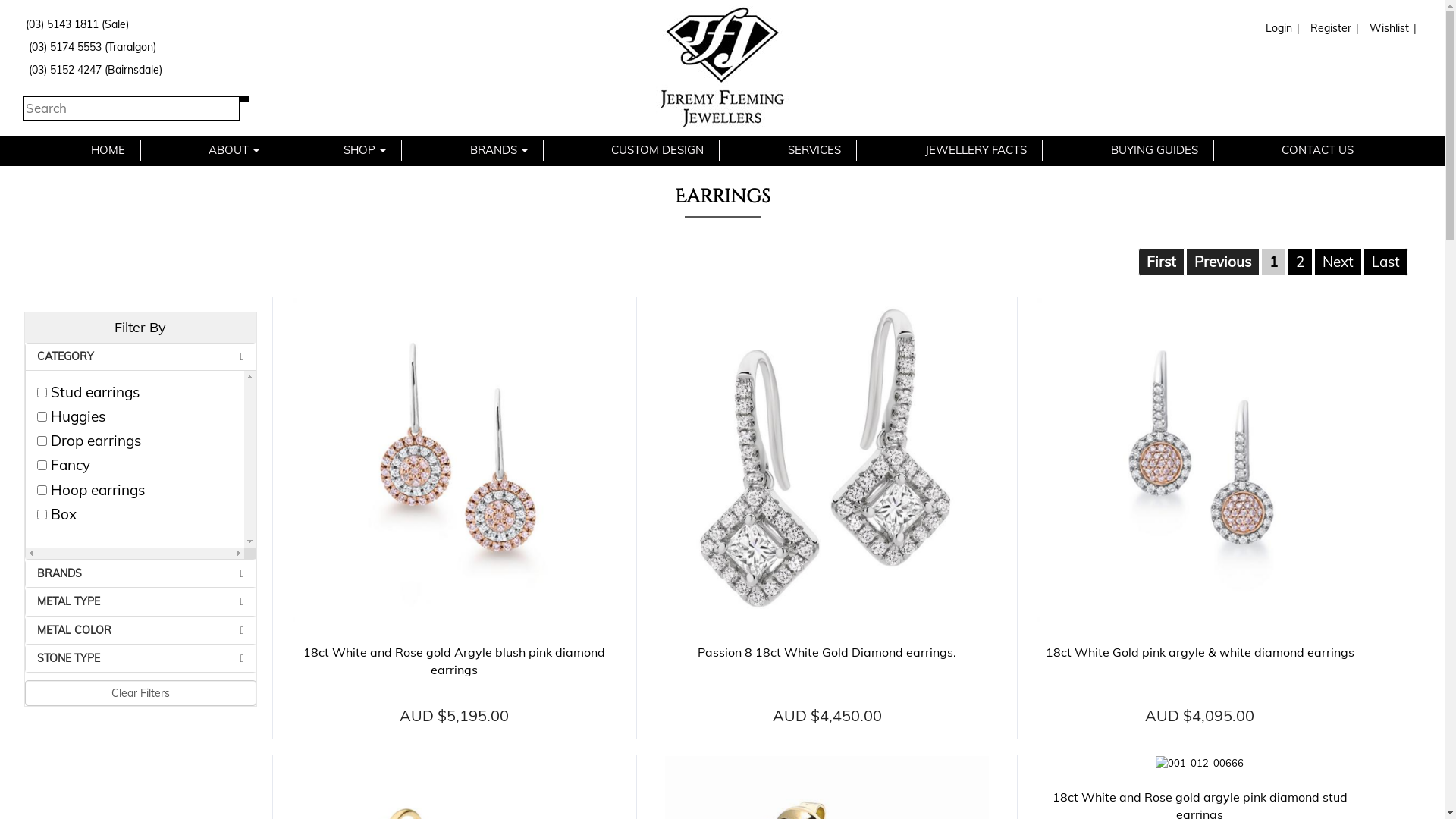 The width and height of the screenshot is (1456, 819). I want to click on 'SHOP', so click(327, 149).